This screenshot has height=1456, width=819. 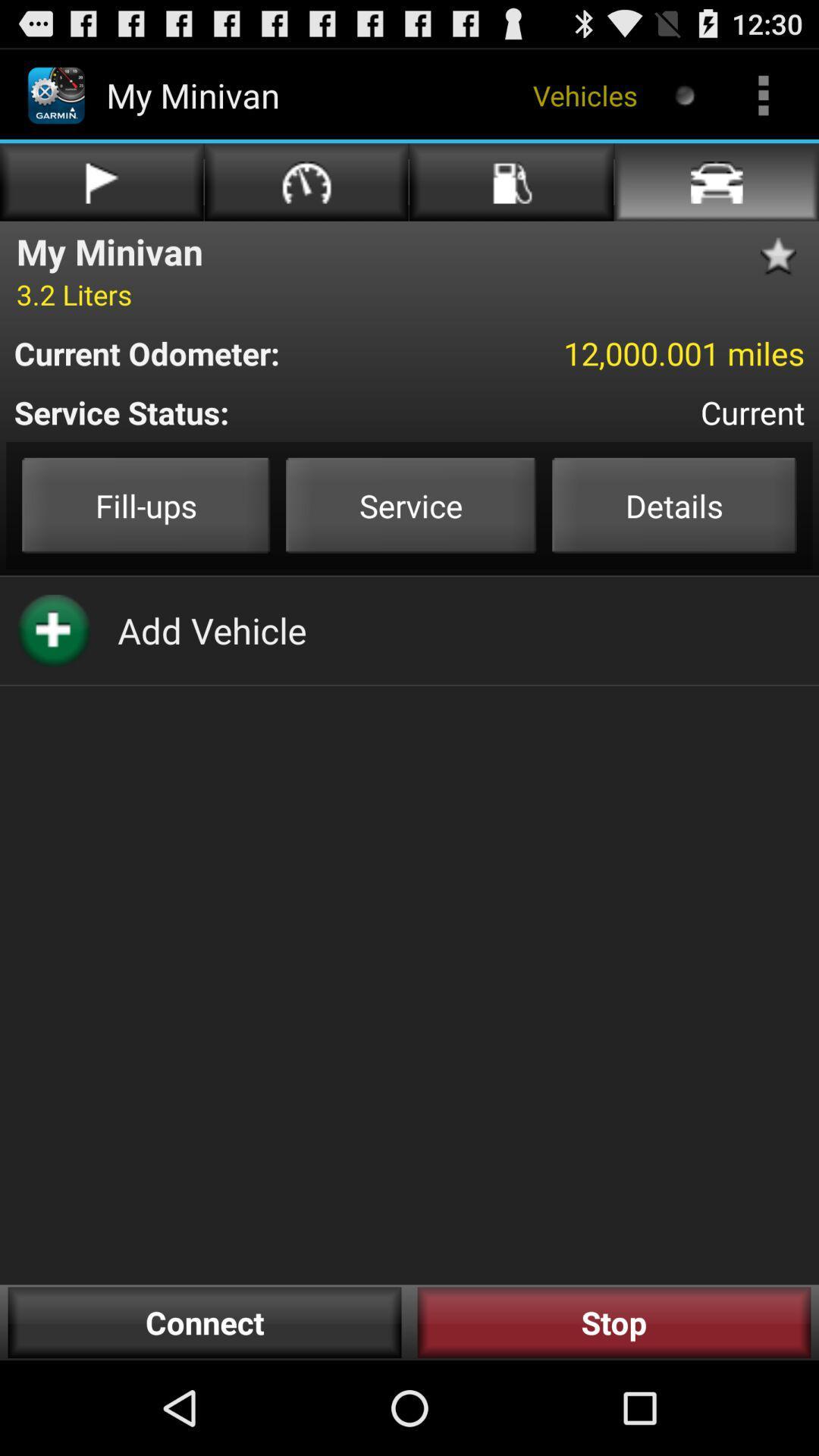 What do you see at coordinates (205, 1322) in the screenshot?
I see `the button next to stop icon` at bounding box center [205, 1322].